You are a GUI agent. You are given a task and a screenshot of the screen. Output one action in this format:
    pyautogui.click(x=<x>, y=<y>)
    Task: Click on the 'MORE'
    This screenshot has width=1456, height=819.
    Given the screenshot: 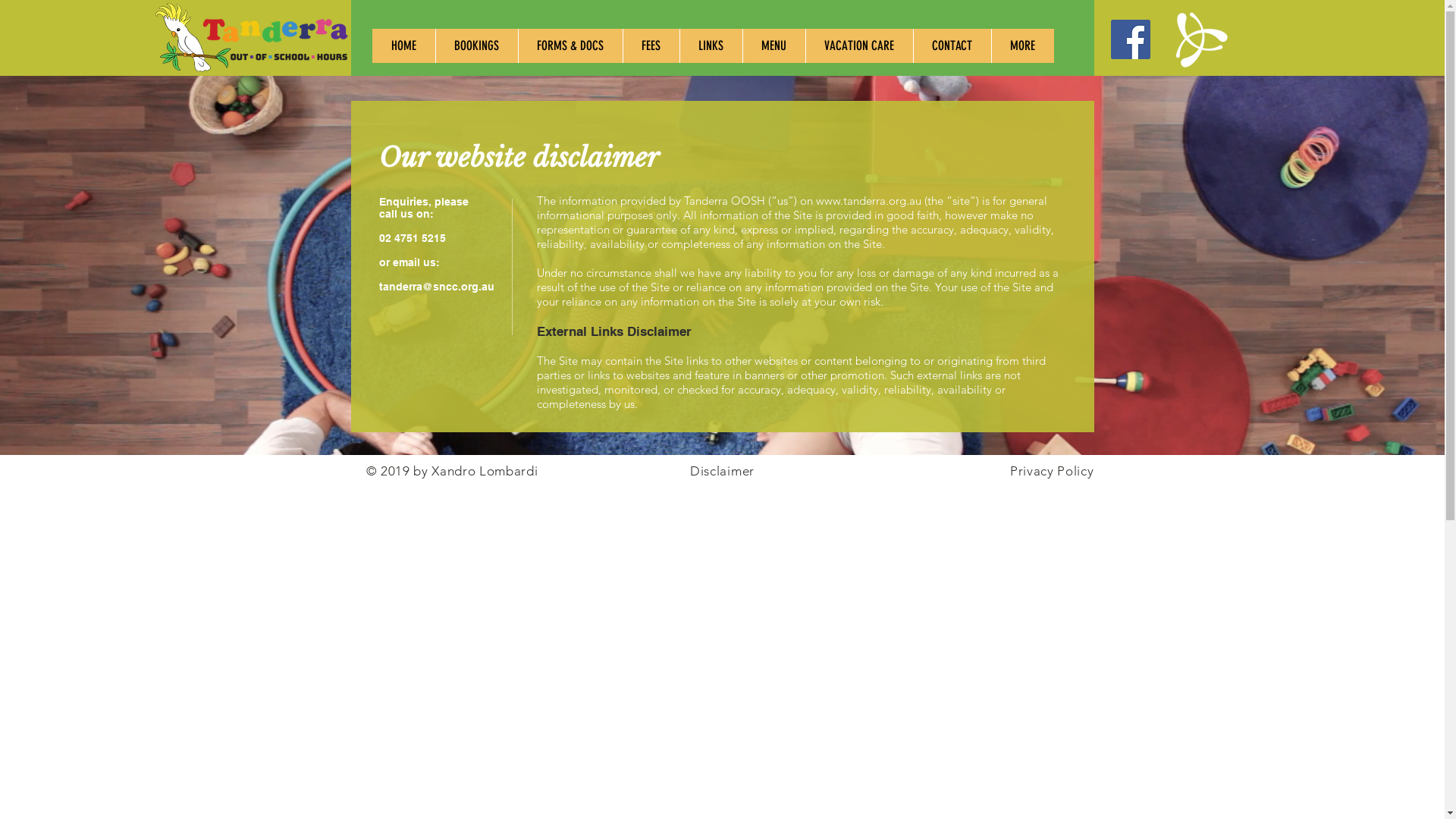 What is the action you would take?
    pyautogui.click(x=1021, y=45)
    